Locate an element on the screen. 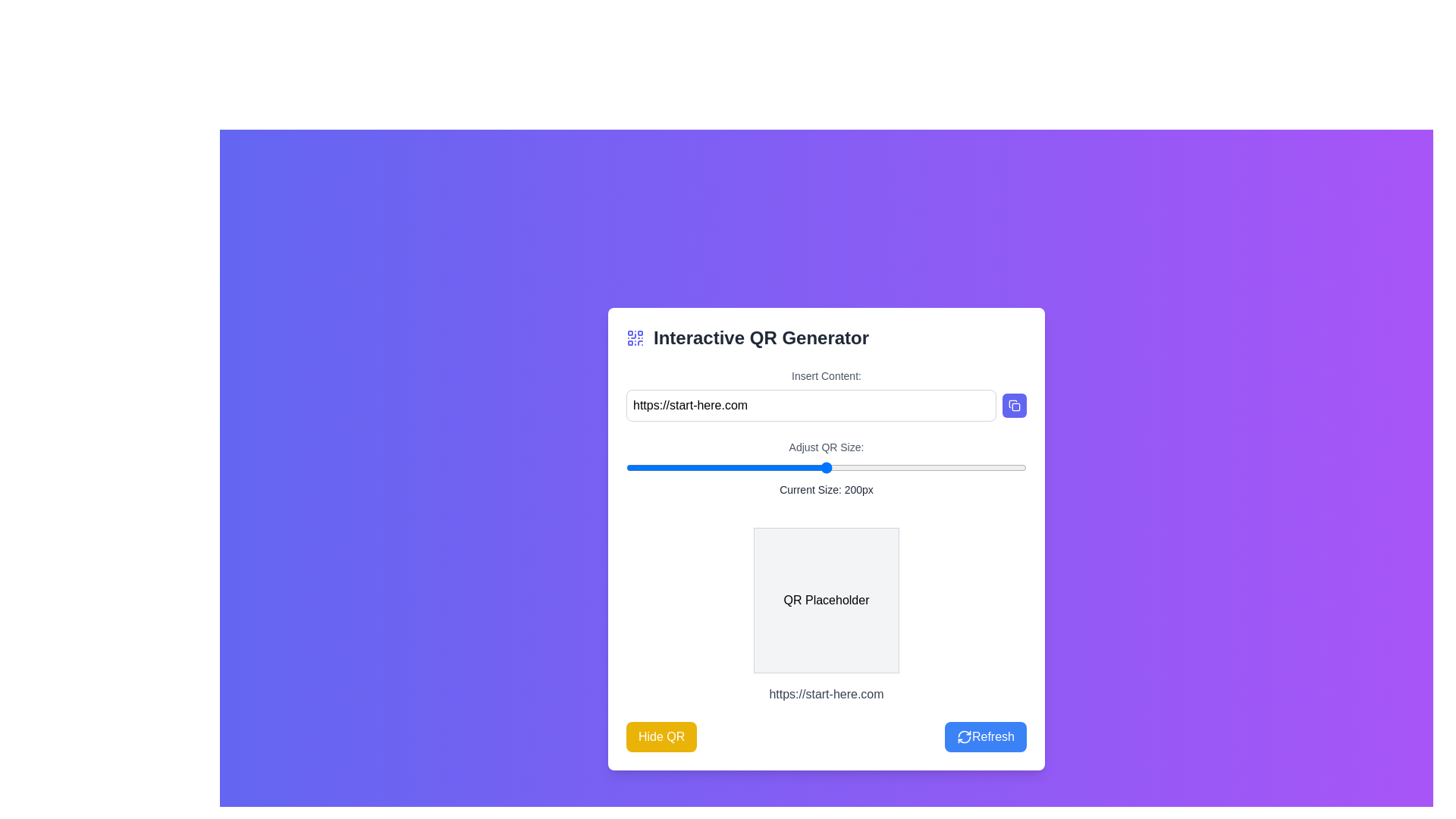  the copy button icon located is located at coordinates (1015, 405).